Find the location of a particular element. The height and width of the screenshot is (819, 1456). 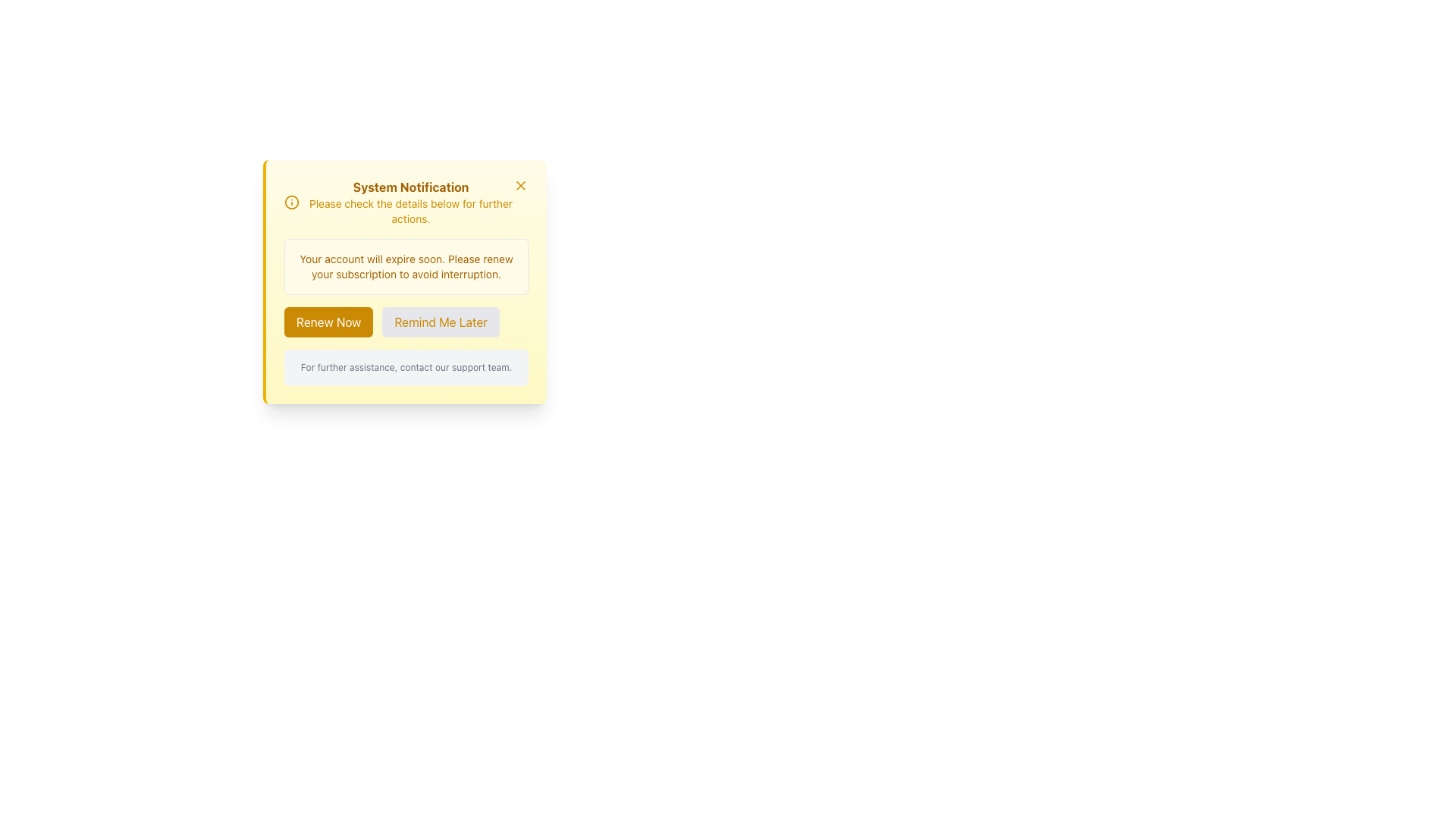

the header and subtext informational layout of the notification card located at the top left of the main modal area, which is directly beneath the information icon is located at coordinates (411, 201).